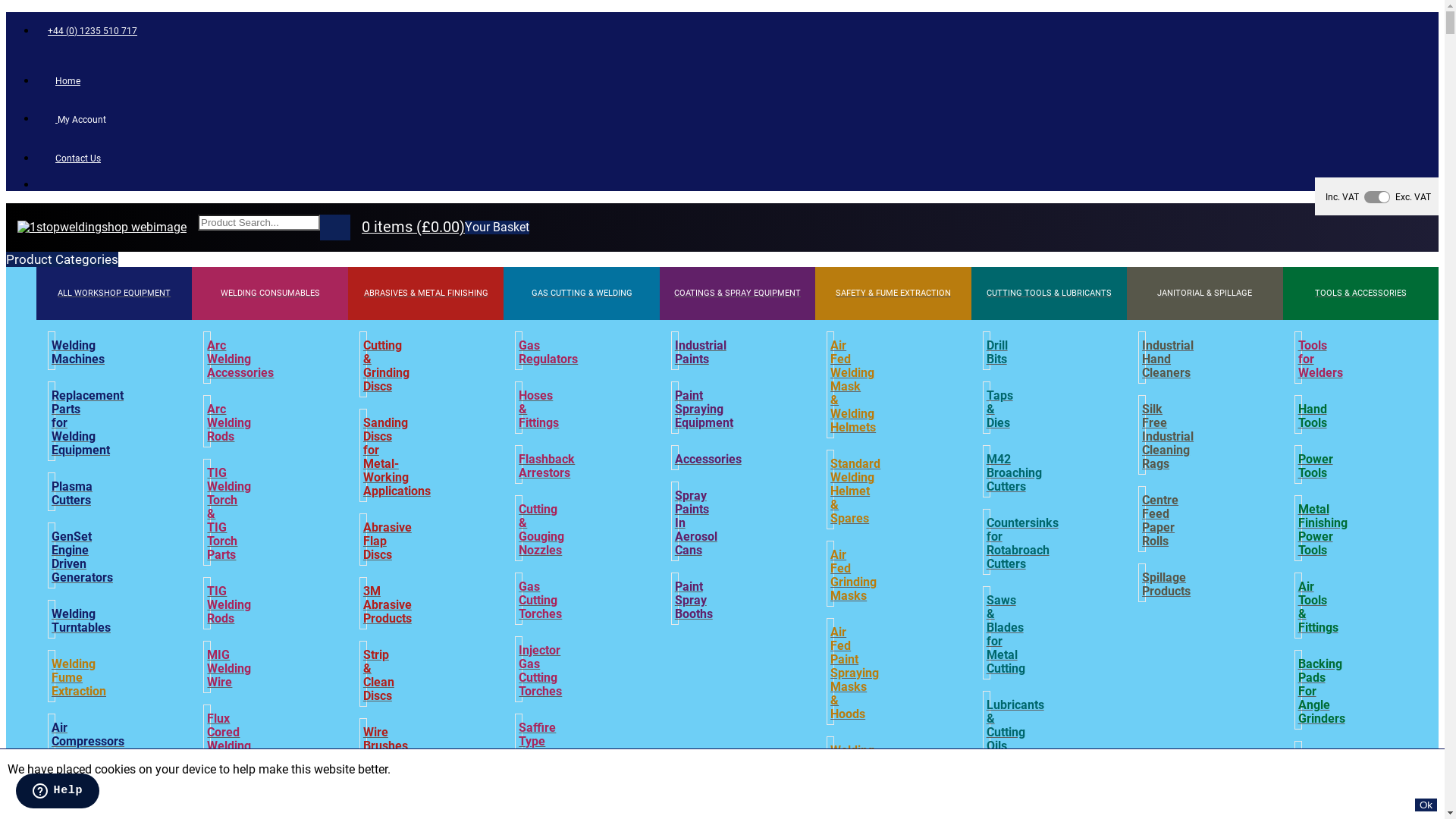 The width and height of the screenshot is (1456, 819). What do you see at coordinates (397, 456) in the screenshot?
I see `'Sanding Discs for Metal-Working Applications'` at bounding box center [397, 456].